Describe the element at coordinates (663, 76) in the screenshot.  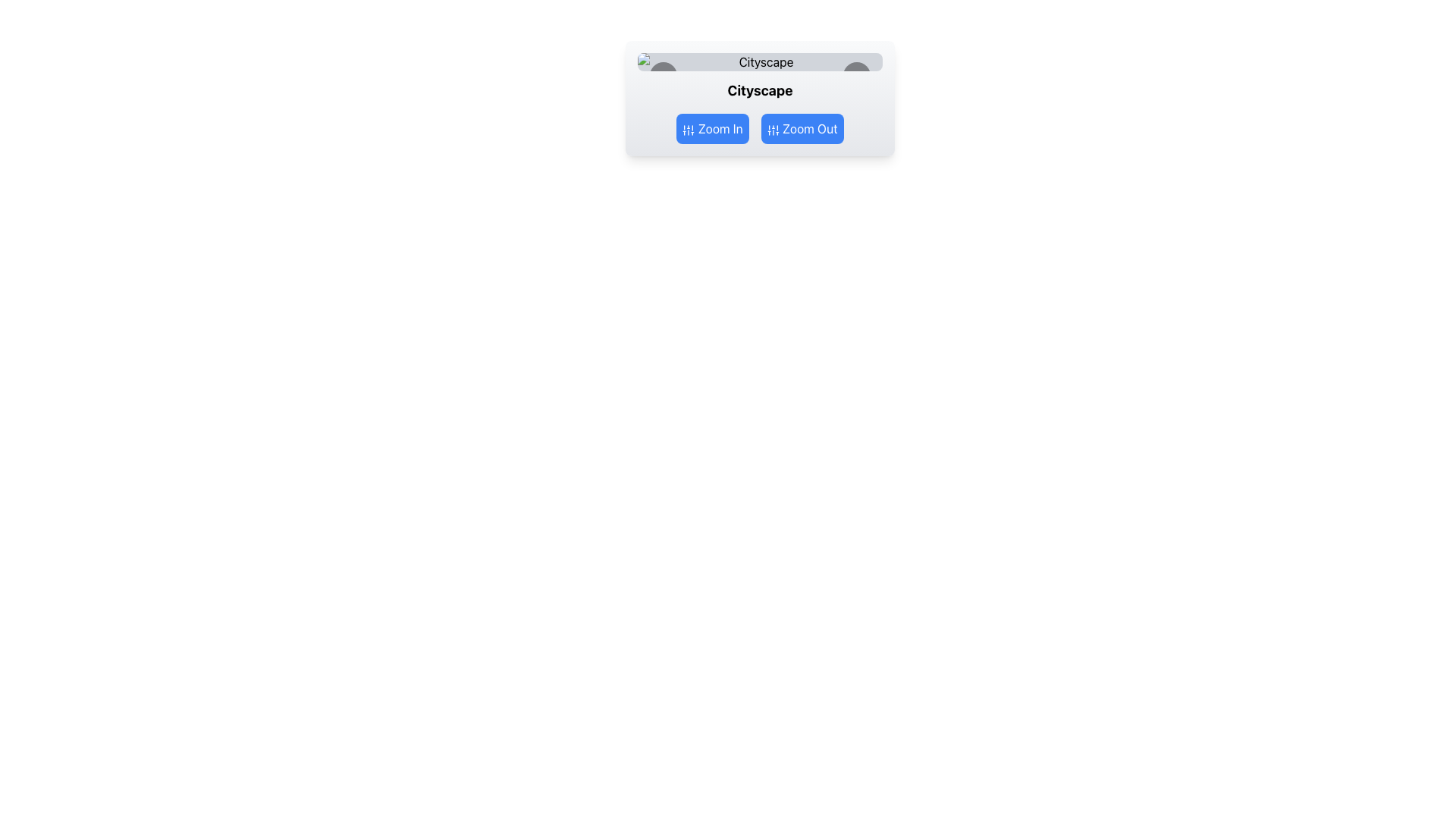
I see `the circular button with a black background and left-facing chevron icon, located in the carousel interface to the left of the displayed image` at that location.